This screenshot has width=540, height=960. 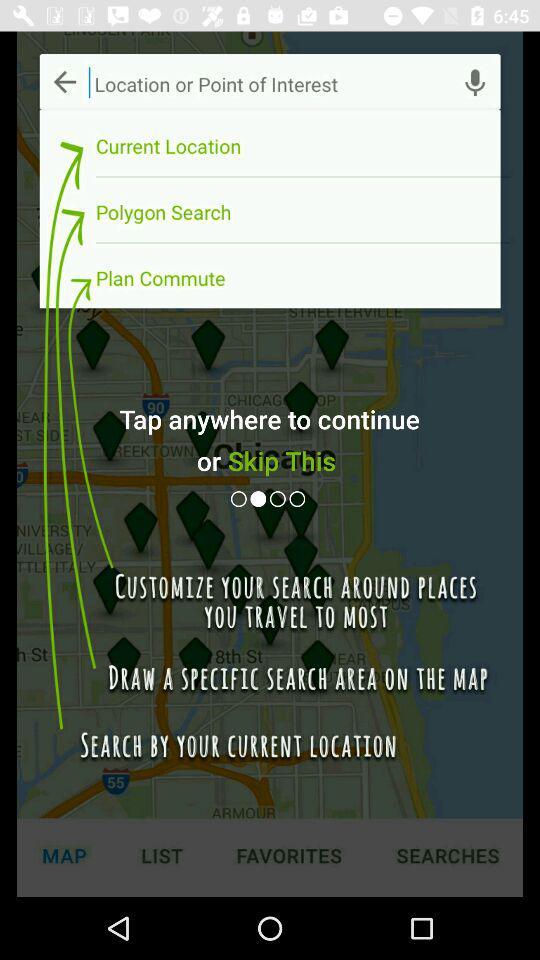 I want to click on swipe to next slide, so click(x=260, y=498).